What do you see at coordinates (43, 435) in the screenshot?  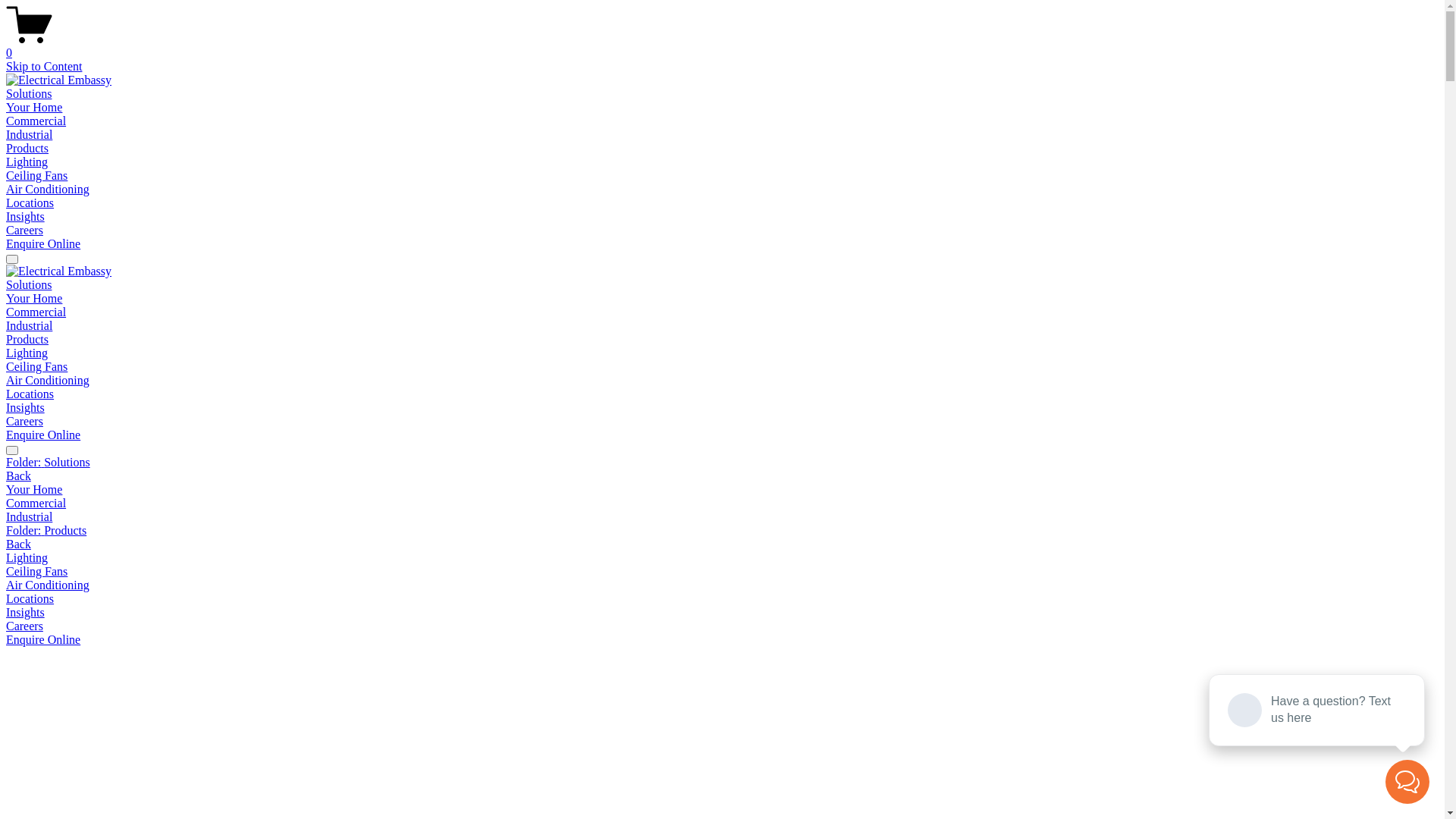 I see `'Enquire Online'` at bounding box center [43, 435].